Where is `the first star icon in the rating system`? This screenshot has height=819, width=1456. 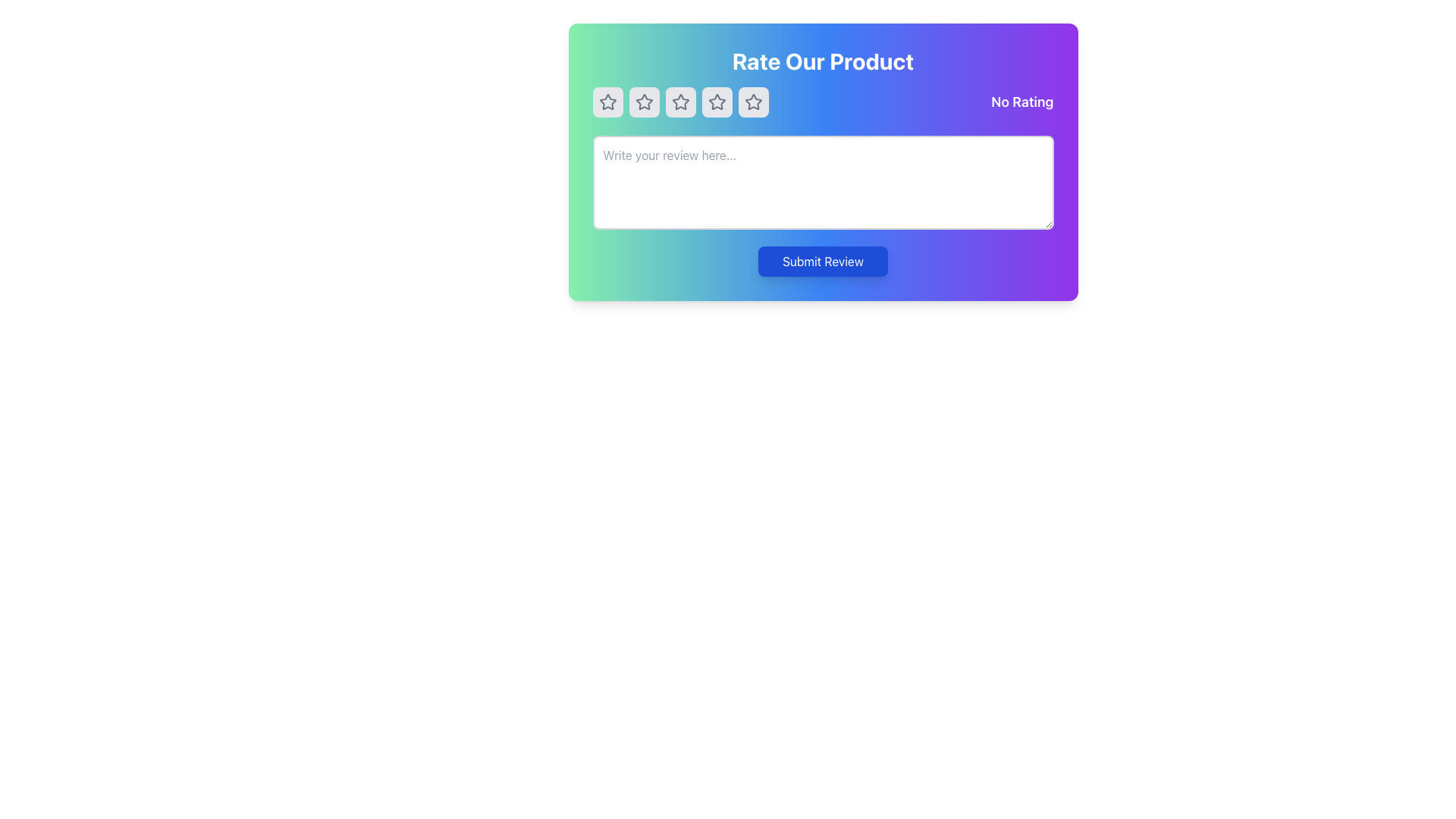 the first star icon in the rating system is located at coordinates (607, 102).